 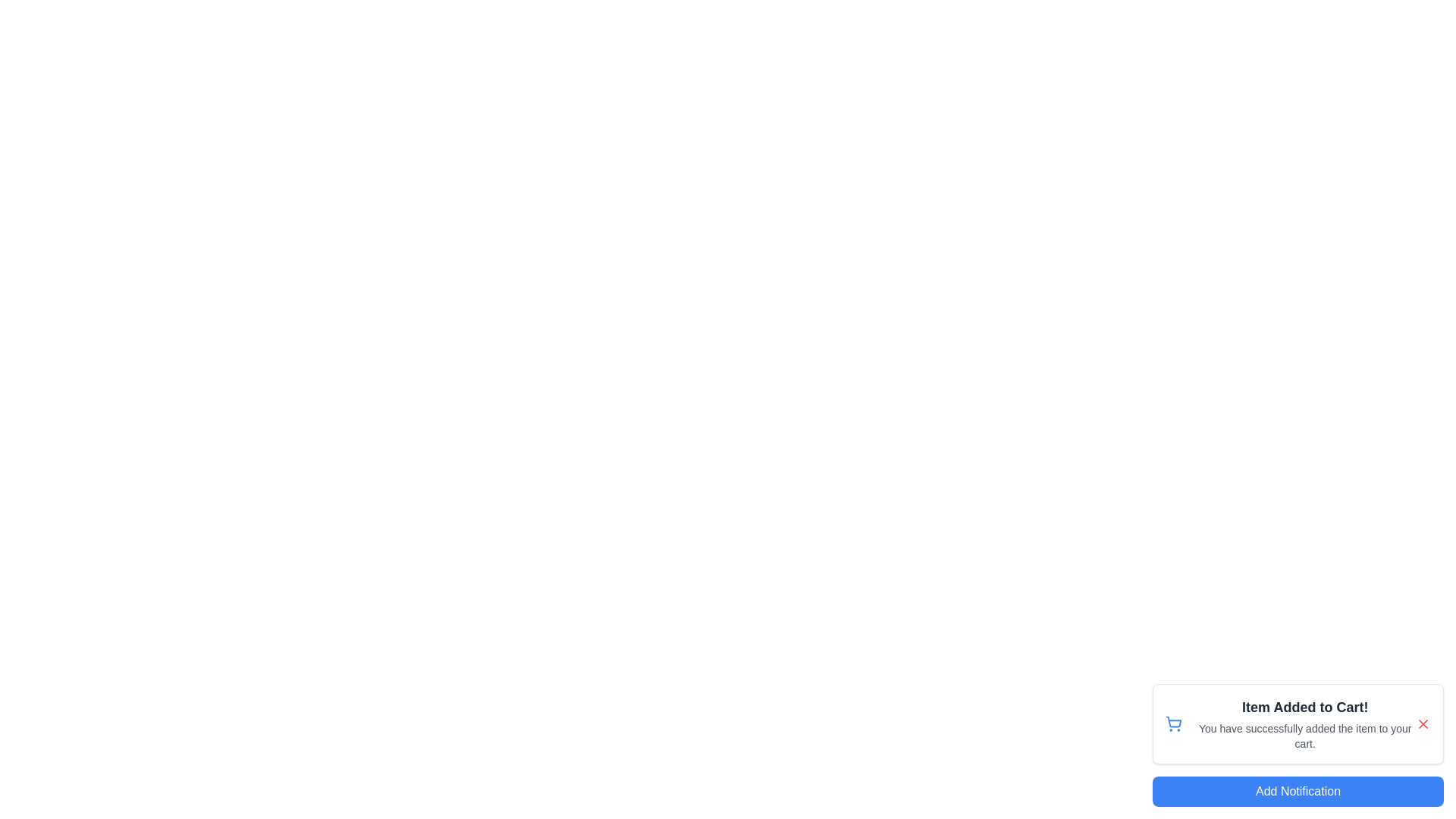 What do you see at coordinates (1304, 723) in the screenshot?
I see `the informational text section that displays 'Item Added to Cart!' with a two-line message and a notification style` at bounding box center [1304, 723].